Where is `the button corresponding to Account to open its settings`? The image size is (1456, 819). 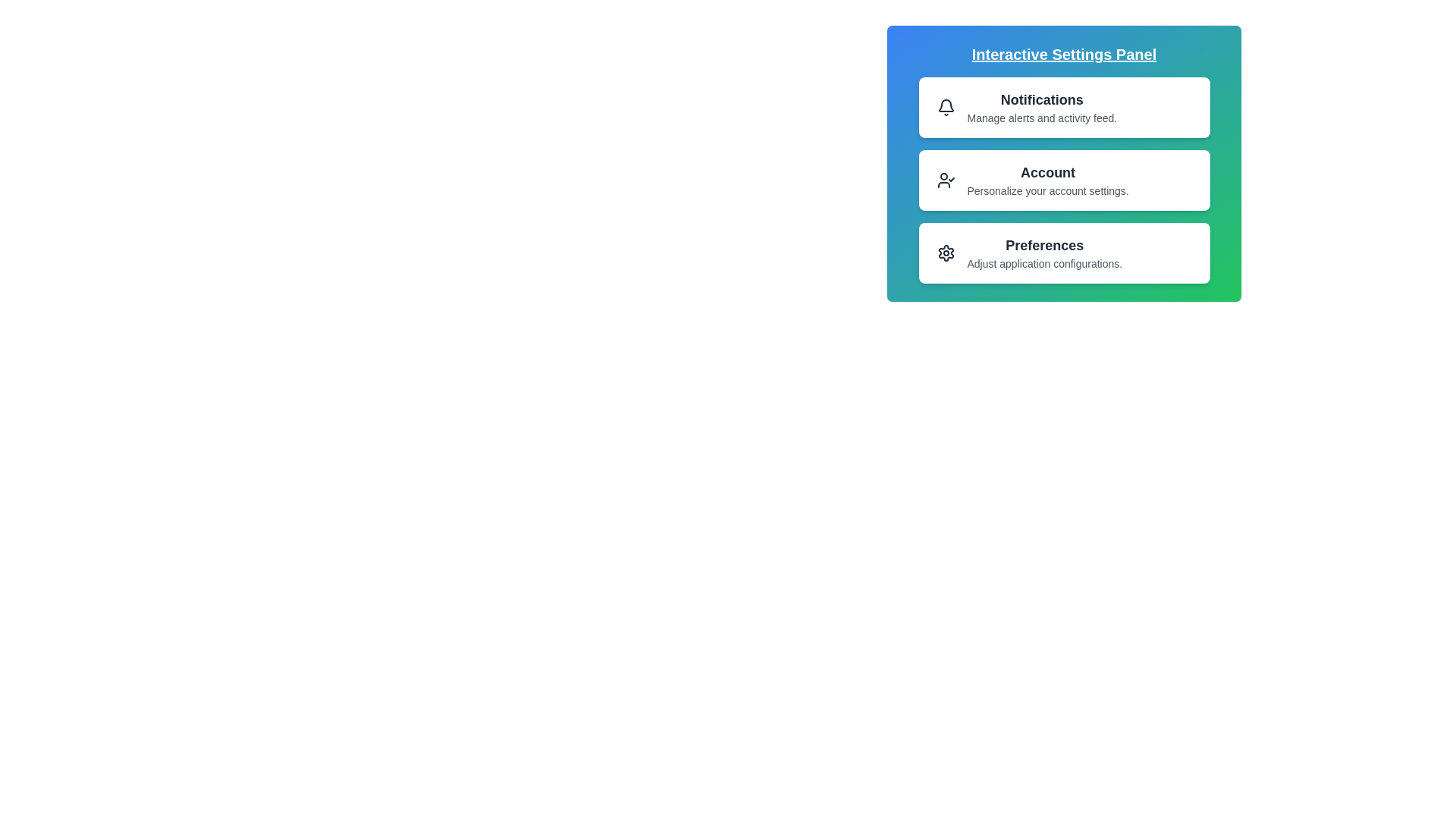 the button corresponding to Account to open its settings is located at coordinates (1063, 180).